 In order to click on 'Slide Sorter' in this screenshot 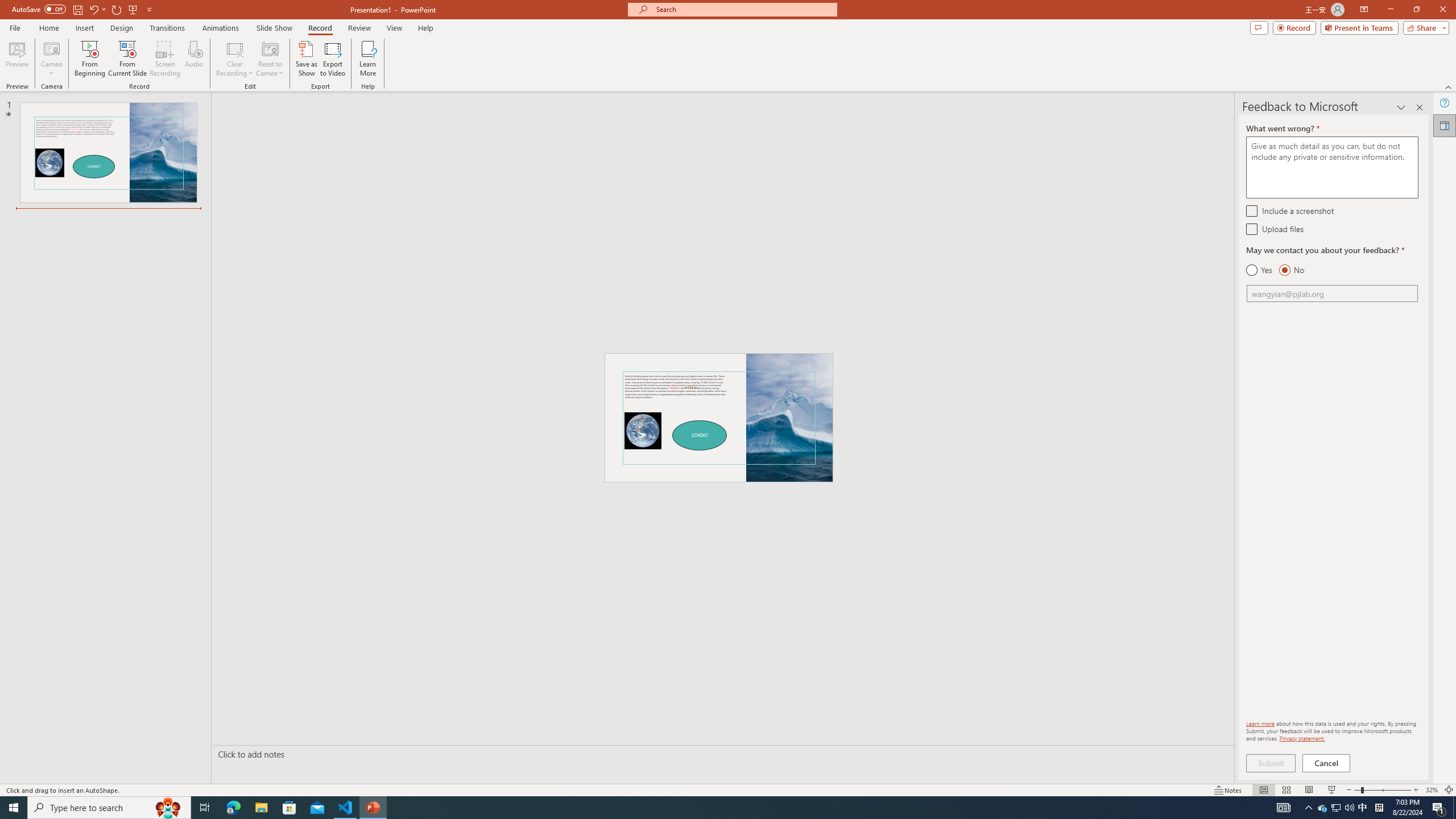, I will do `click(1286, 790)`.